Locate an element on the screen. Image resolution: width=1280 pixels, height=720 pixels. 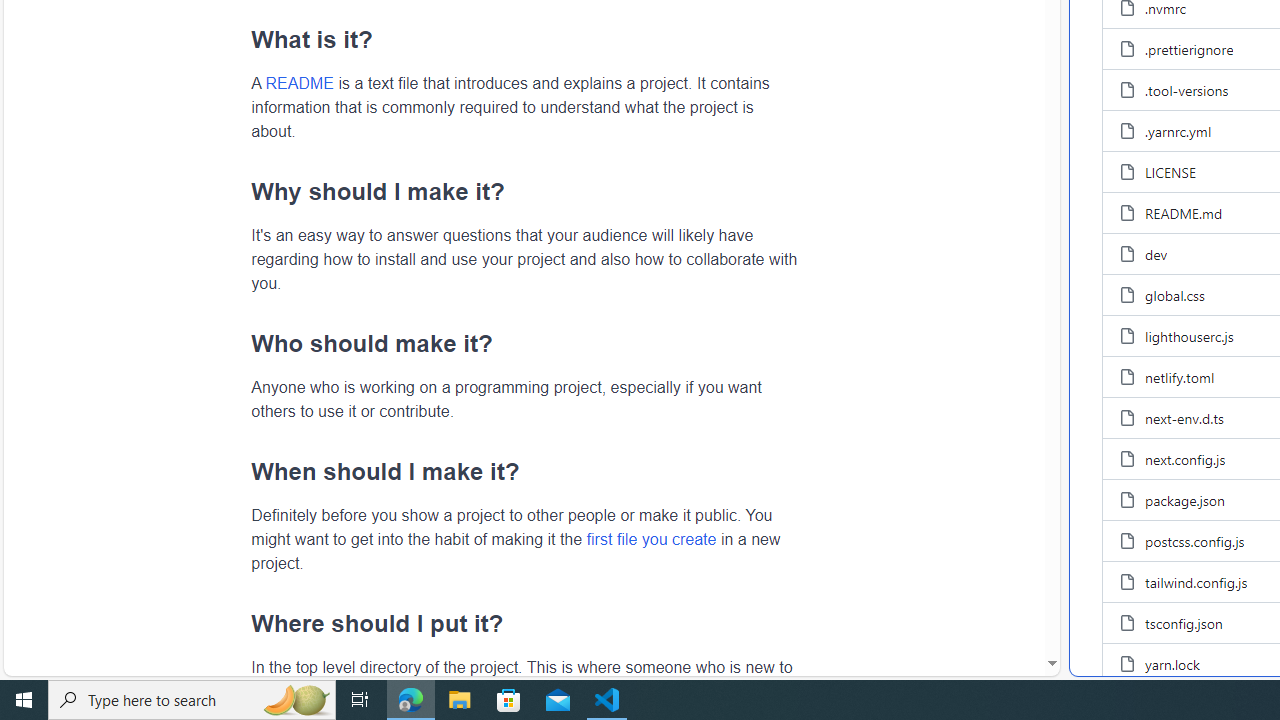
'next.config.js, (File)' is located at coordinates (1185, 458).